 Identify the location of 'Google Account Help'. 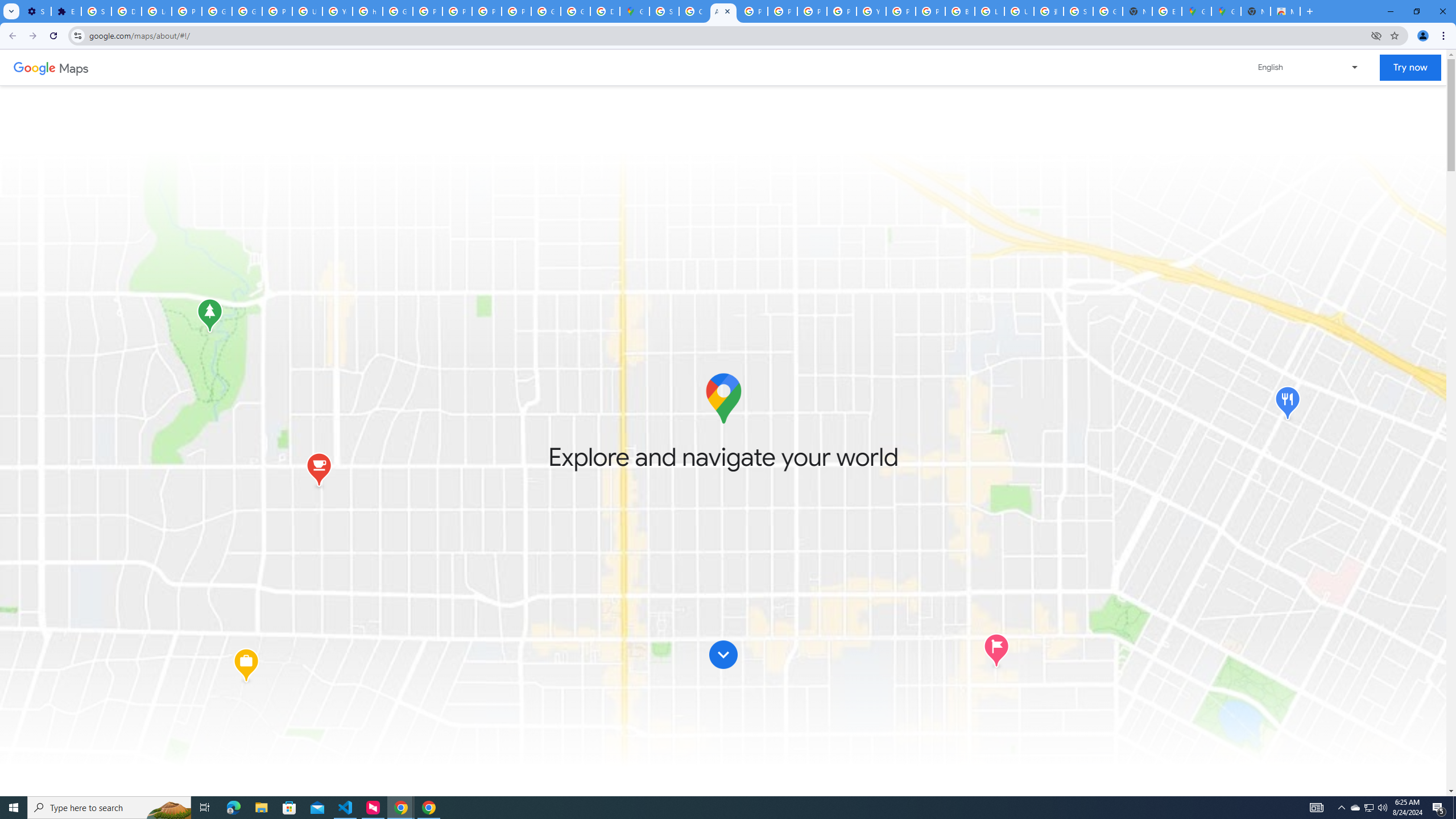
(216, 11).